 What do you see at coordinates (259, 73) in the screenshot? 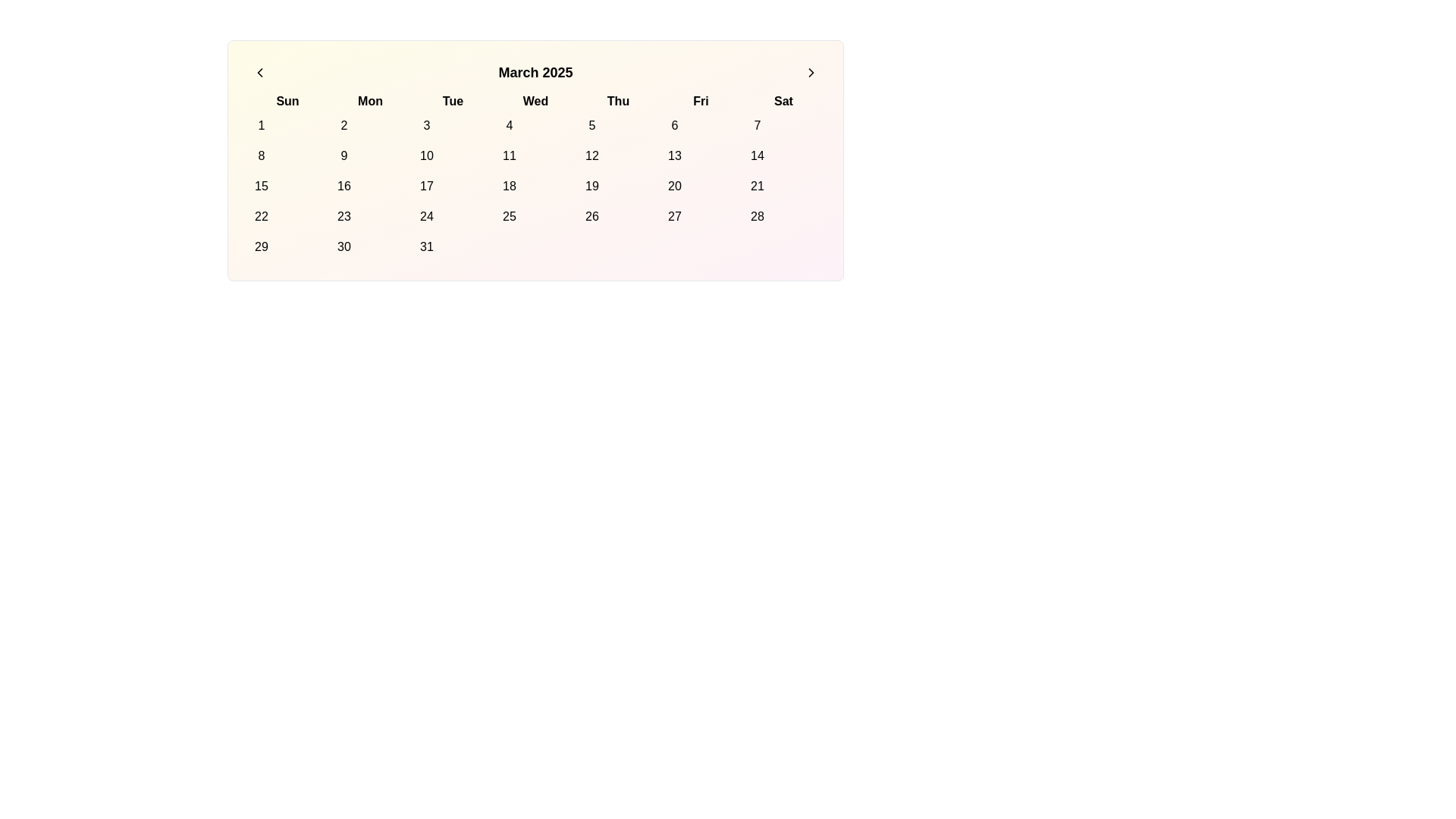
I see `the chevron SVG Icon located inside the rounded button at the top-left corner of the calendar widget` at bounding box center [259, 73].